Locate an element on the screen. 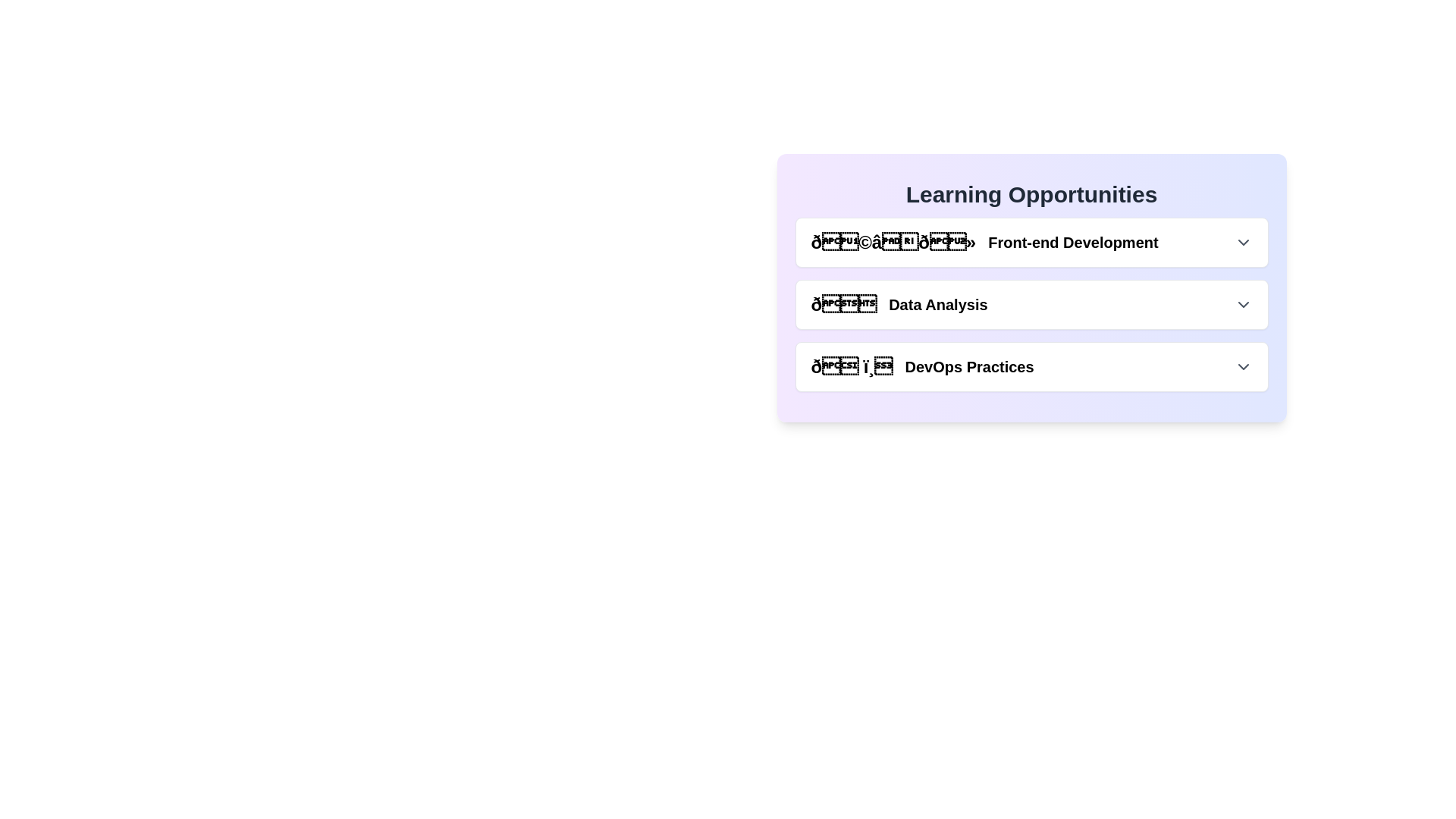  the graphic icon representing 'Front-end Development', which is styled with a 'text-2xl' class and positioned at the beginning of the list item is located at coordinates (893, 242).